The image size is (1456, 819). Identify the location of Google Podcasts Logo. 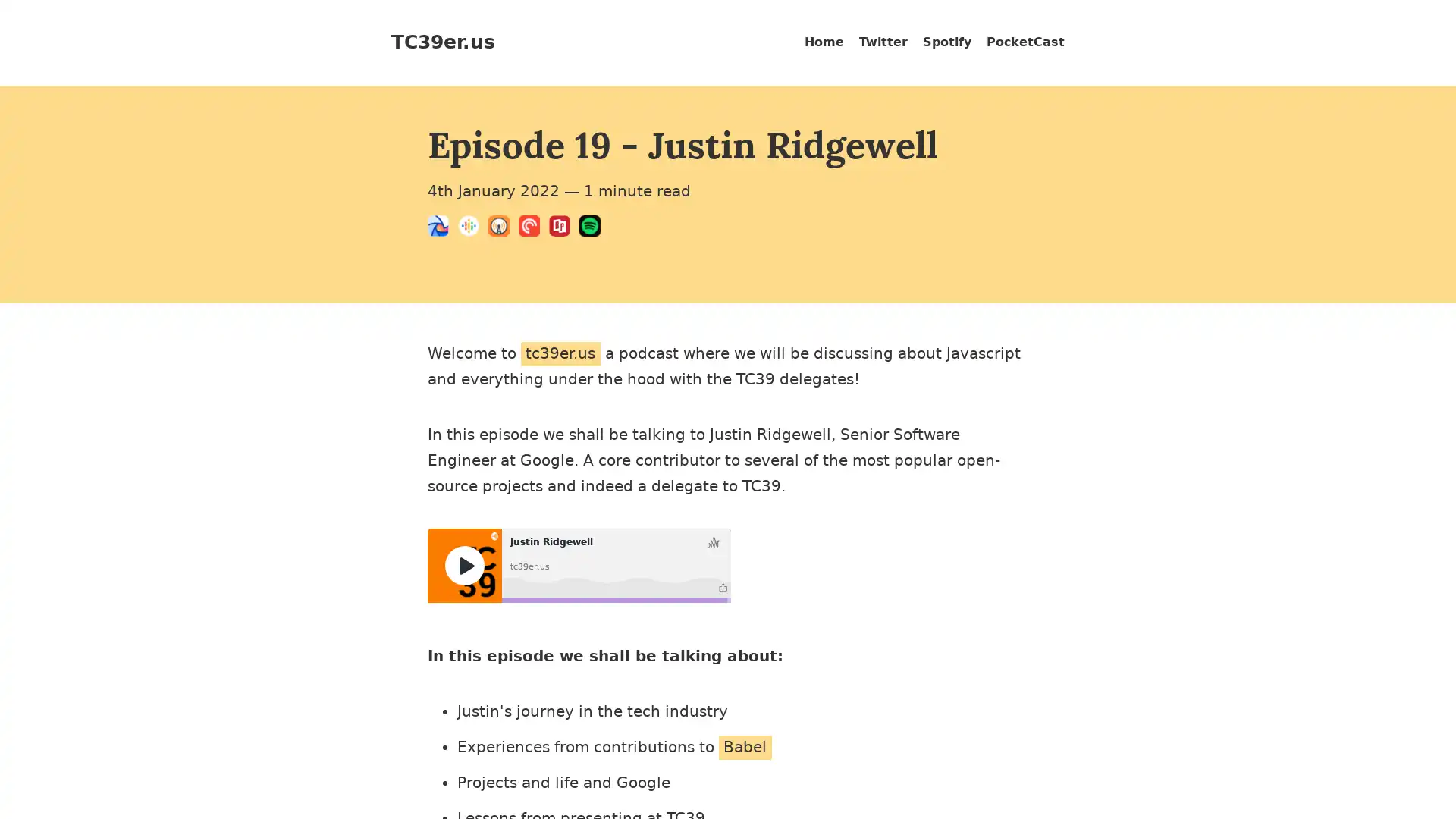
(472, 228).